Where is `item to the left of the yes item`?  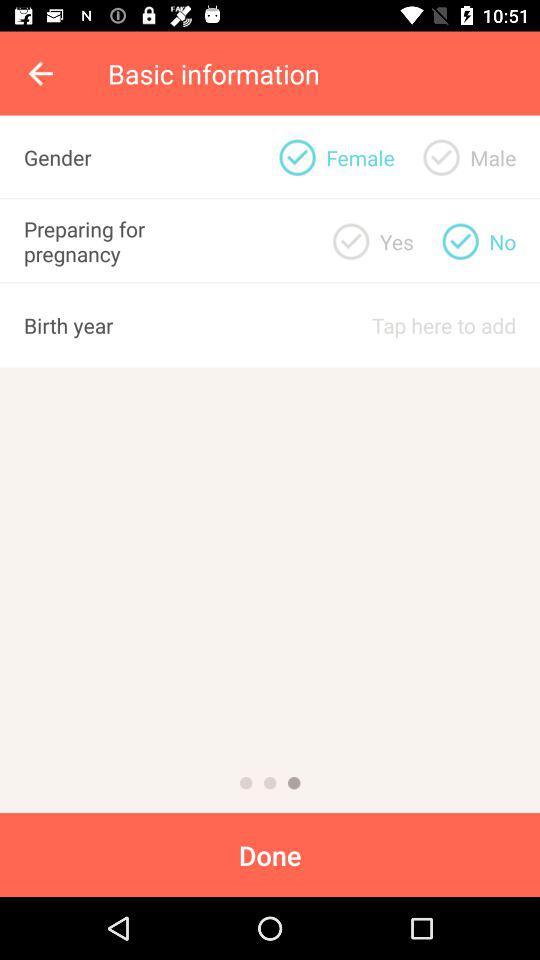
item to the left of the yes item is located at coordinates (296, 156).